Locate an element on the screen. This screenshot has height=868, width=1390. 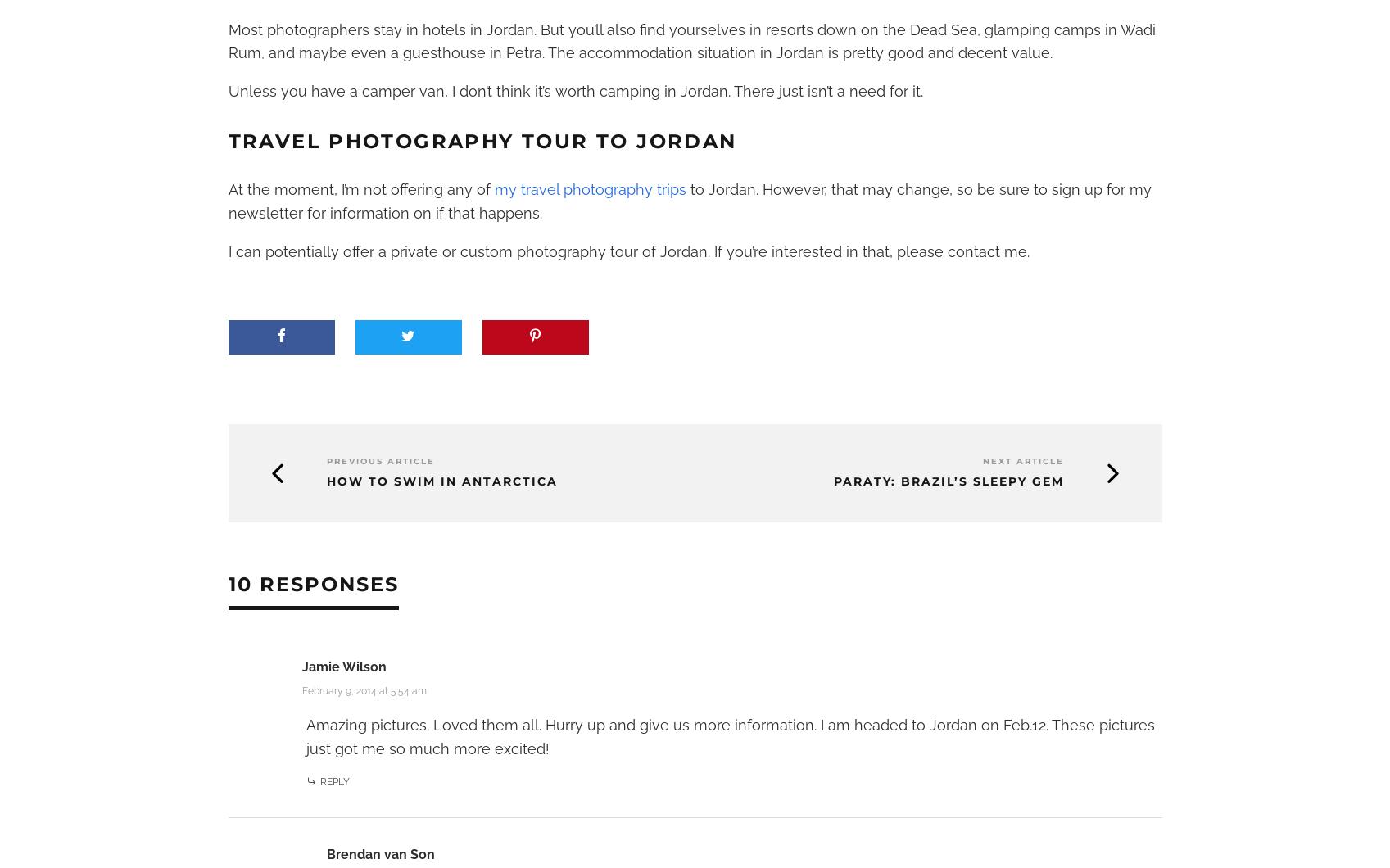
'Brendan van Son' is located at coordinates (379, 852).